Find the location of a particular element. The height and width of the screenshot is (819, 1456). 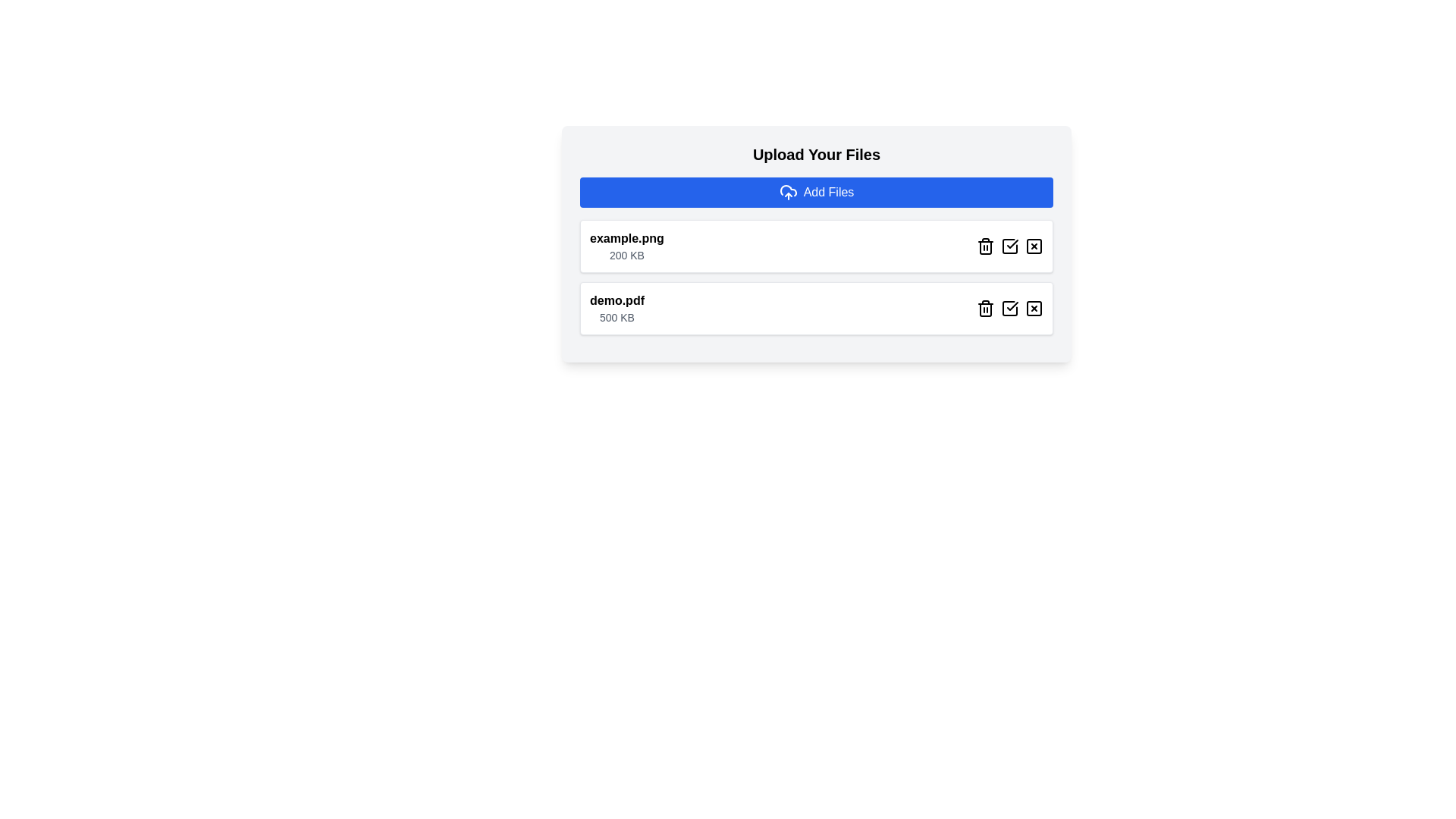

the text label displaying the file name 'example.png' is located at coordinates (626, 239).